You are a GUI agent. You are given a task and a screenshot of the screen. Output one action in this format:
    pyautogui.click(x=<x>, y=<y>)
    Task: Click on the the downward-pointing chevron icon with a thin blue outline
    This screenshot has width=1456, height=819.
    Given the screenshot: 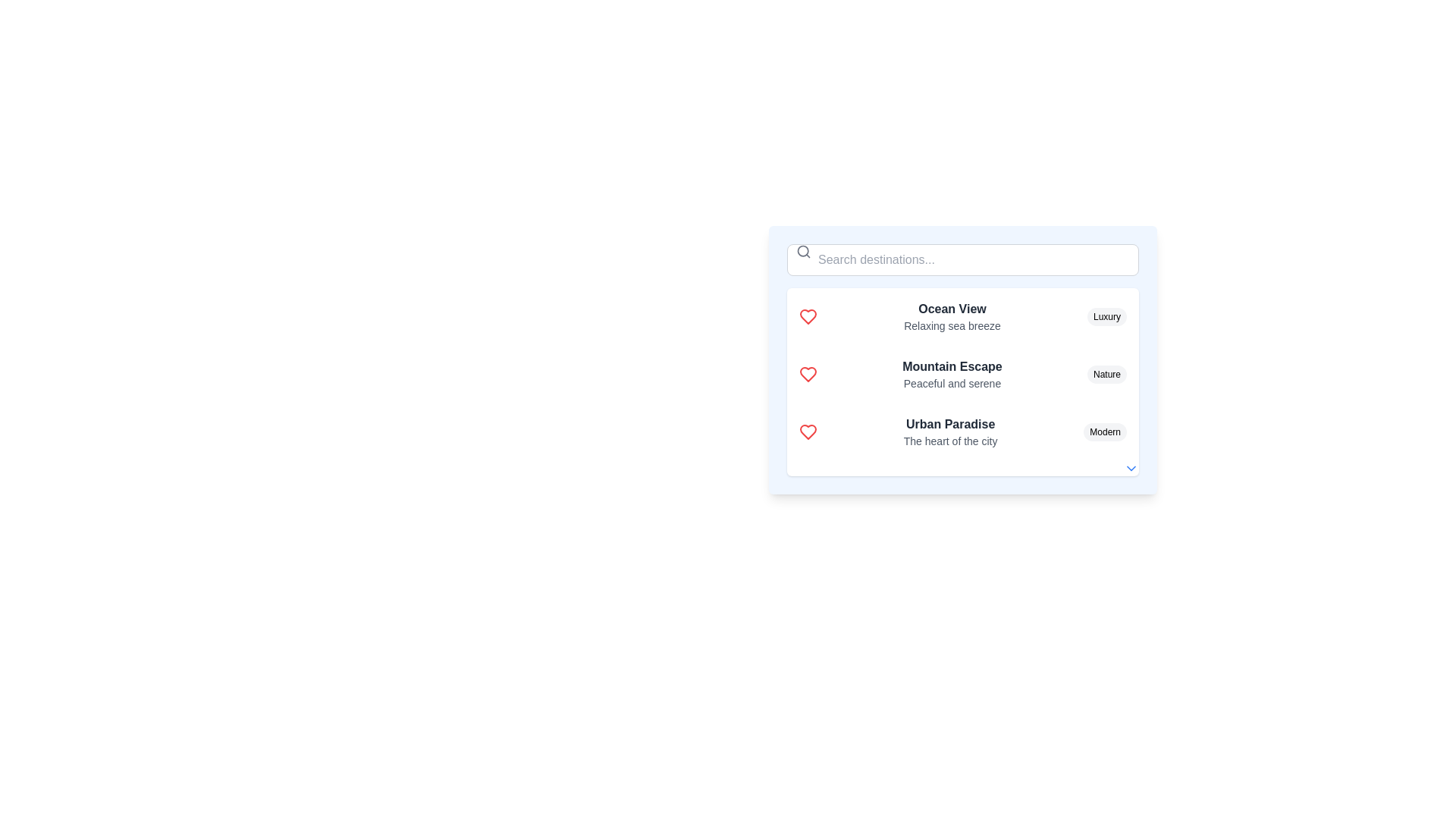 What is the action you would take?
    pyautogui.click(x=1131, y=467)
    